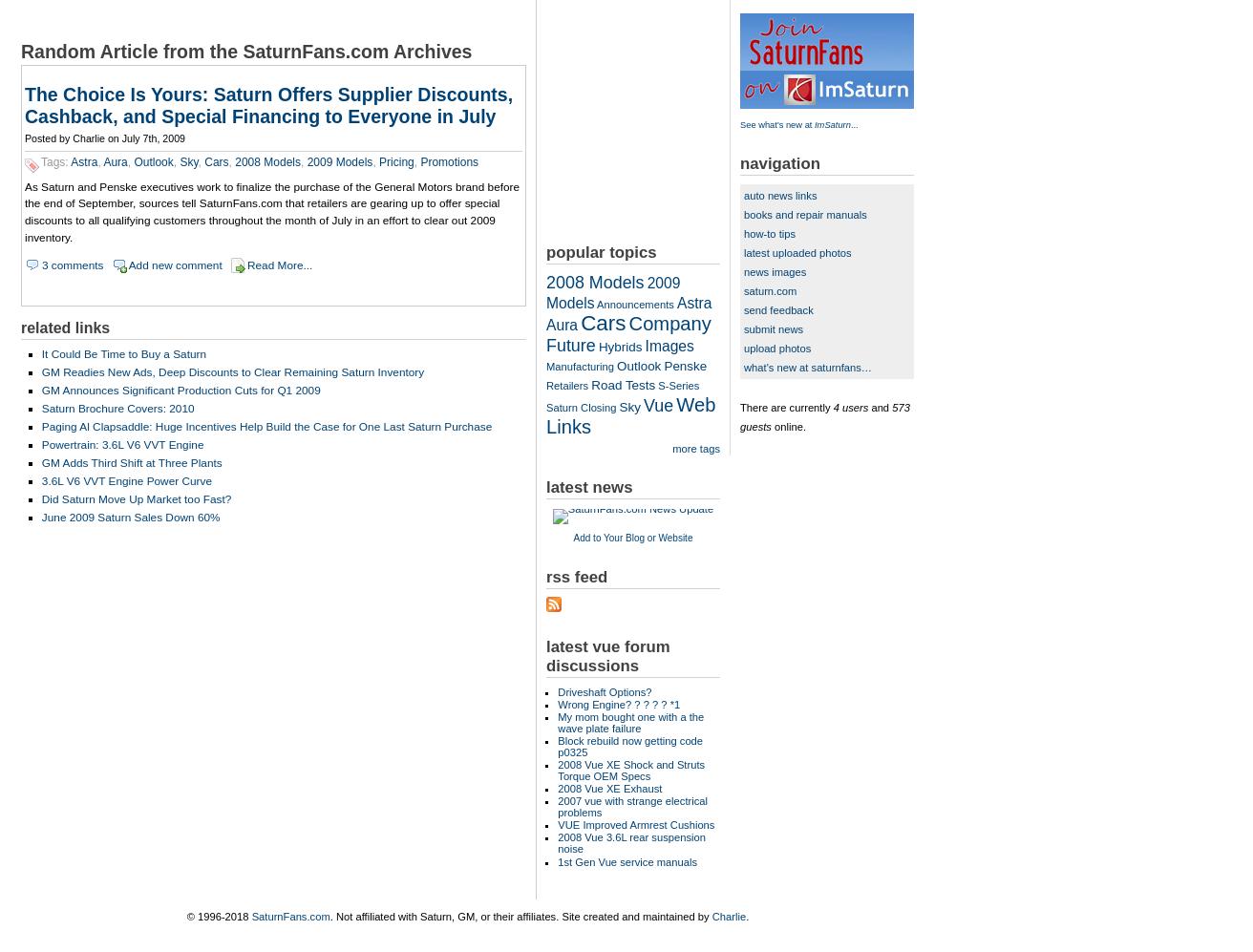 The image size is (1253, 952). What do you see at coordinates (267, 104) in the screenshot?
I see `'The Choice Is Yours: Saturn Offers Supplier Discounts, Cashback, and Special Financing to Everyone in July'` at bounding box center [267, 104].